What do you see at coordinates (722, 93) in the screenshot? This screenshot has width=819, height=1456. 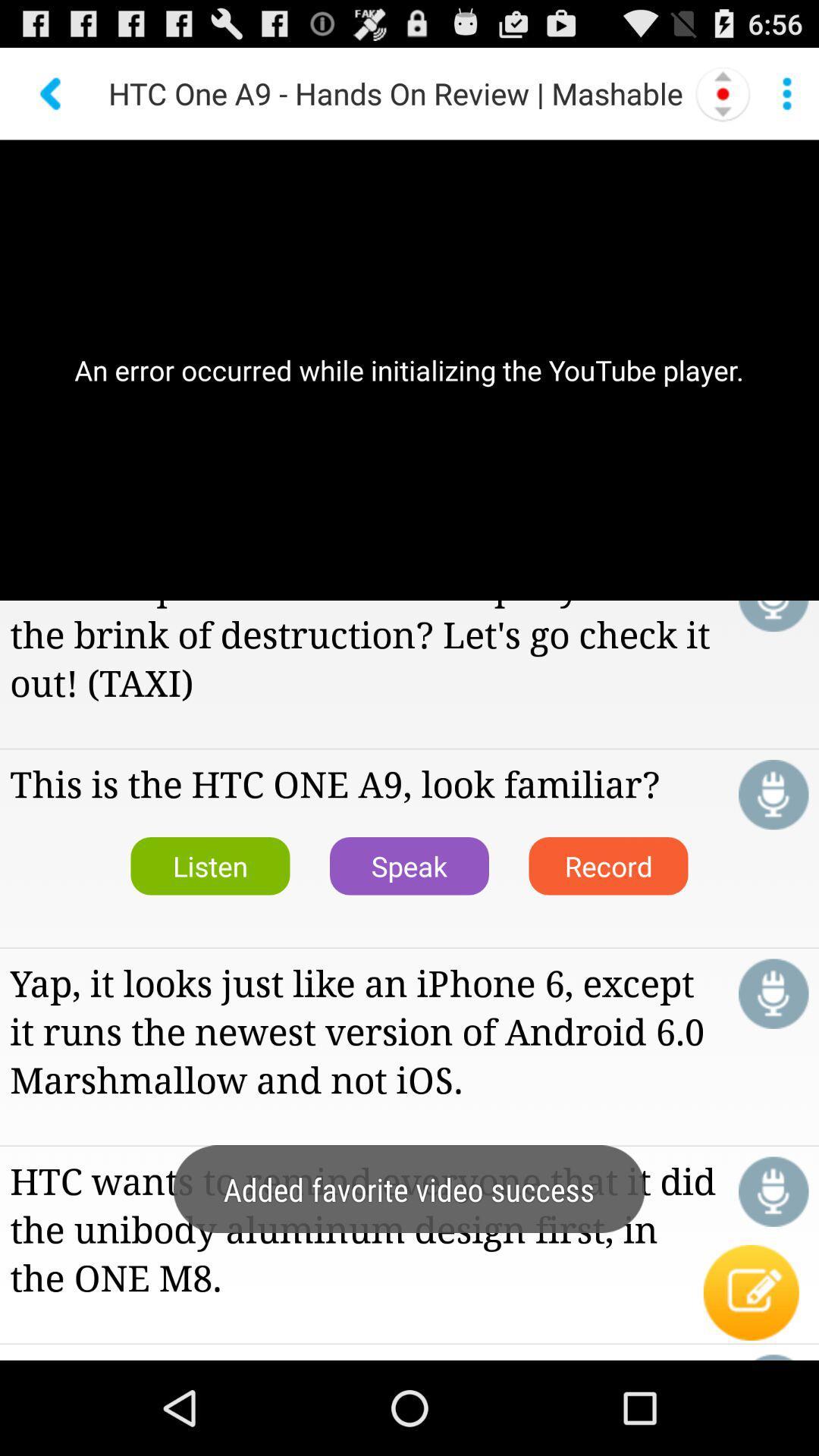 I see `left right option` at bounding box center [722, 93].